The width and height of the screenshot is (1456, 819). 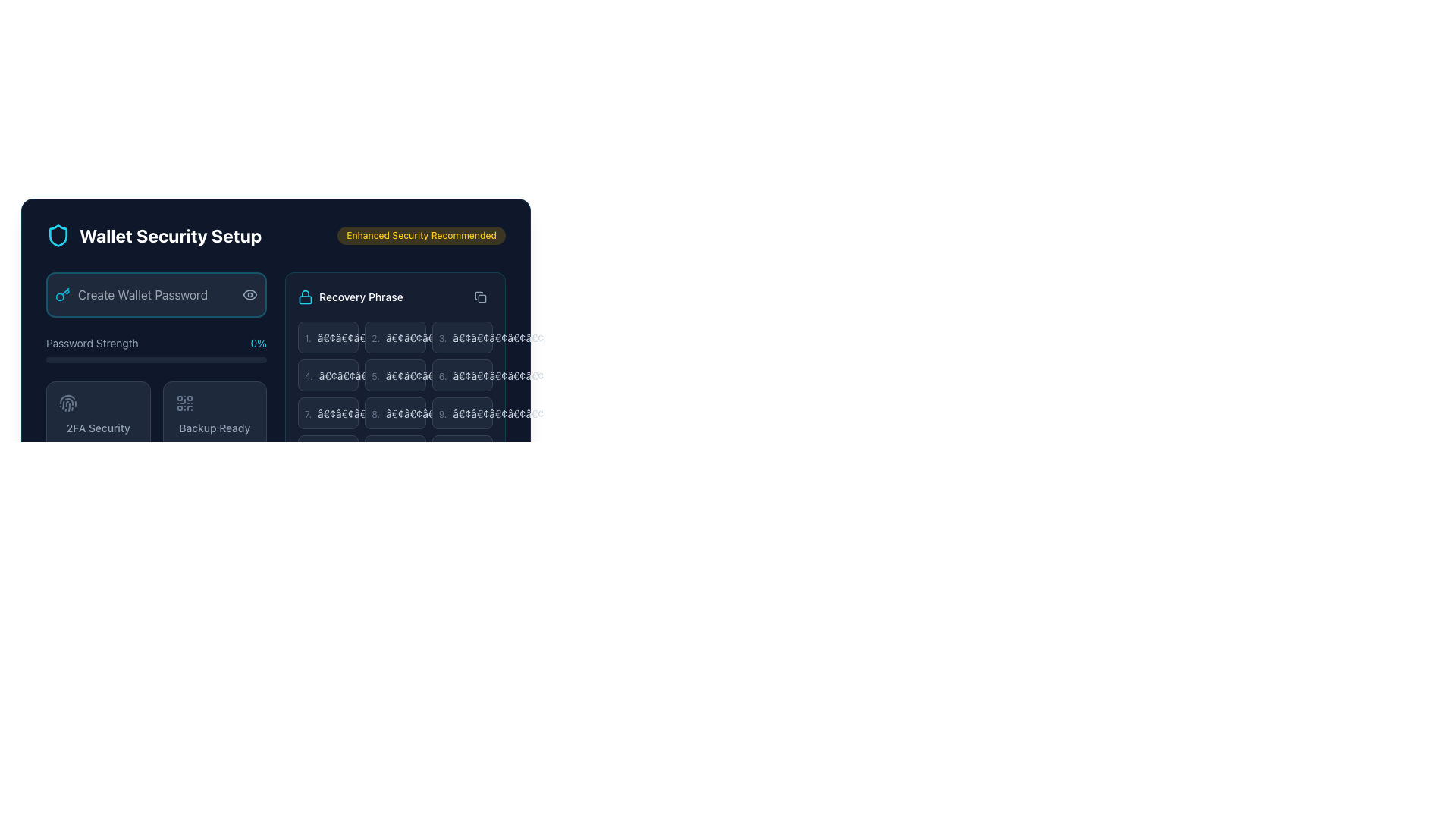 I want to click on the shield icon with a cyan color, located at the top left corner of the interface, adjacent to the 'Wallet Security Setup' text, so click(x=58, y=236).